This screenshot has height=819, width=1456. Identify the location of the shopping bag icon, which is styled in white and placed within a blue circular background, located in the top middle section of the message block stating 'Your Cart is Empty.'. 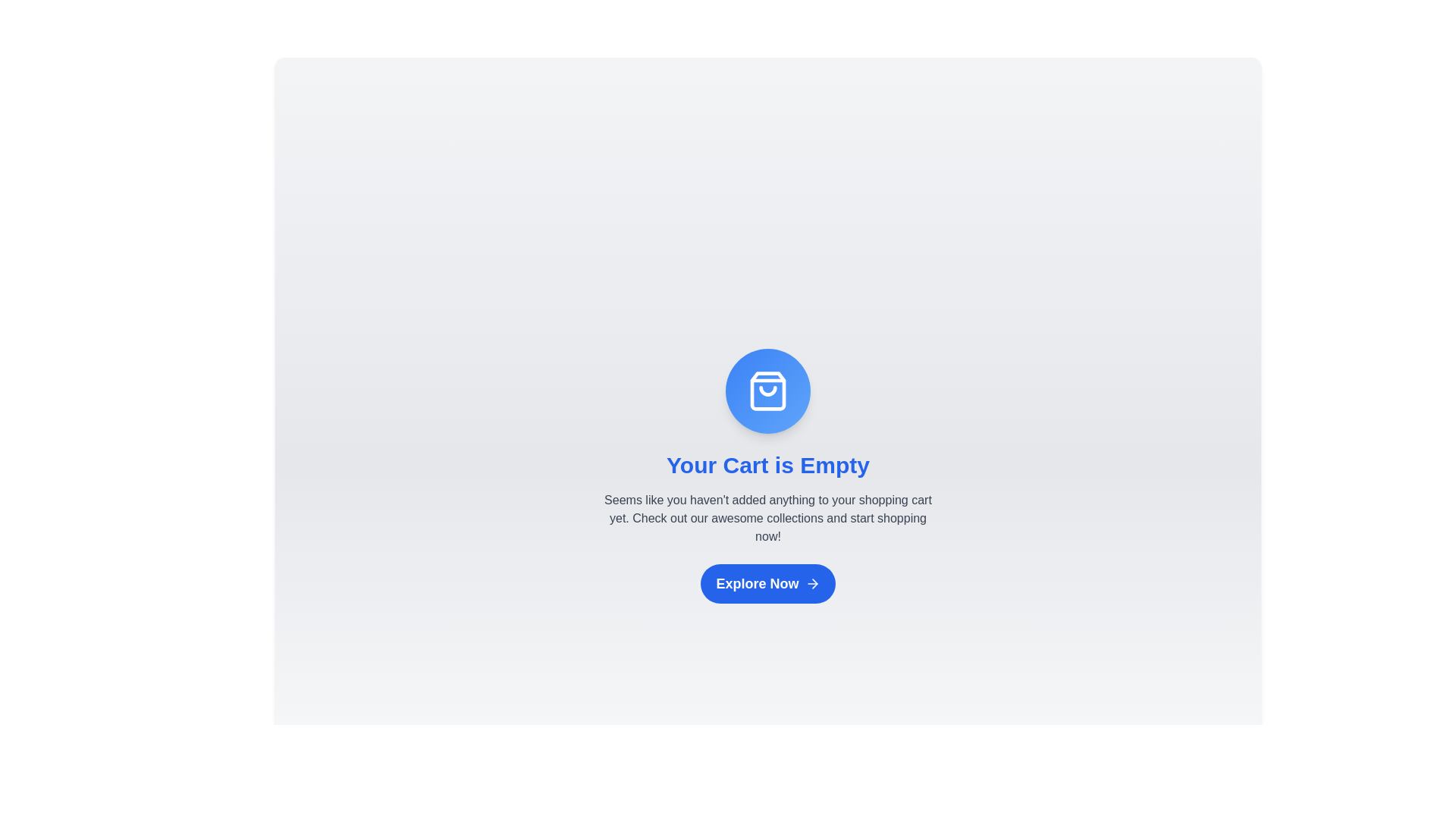
(767, 391).